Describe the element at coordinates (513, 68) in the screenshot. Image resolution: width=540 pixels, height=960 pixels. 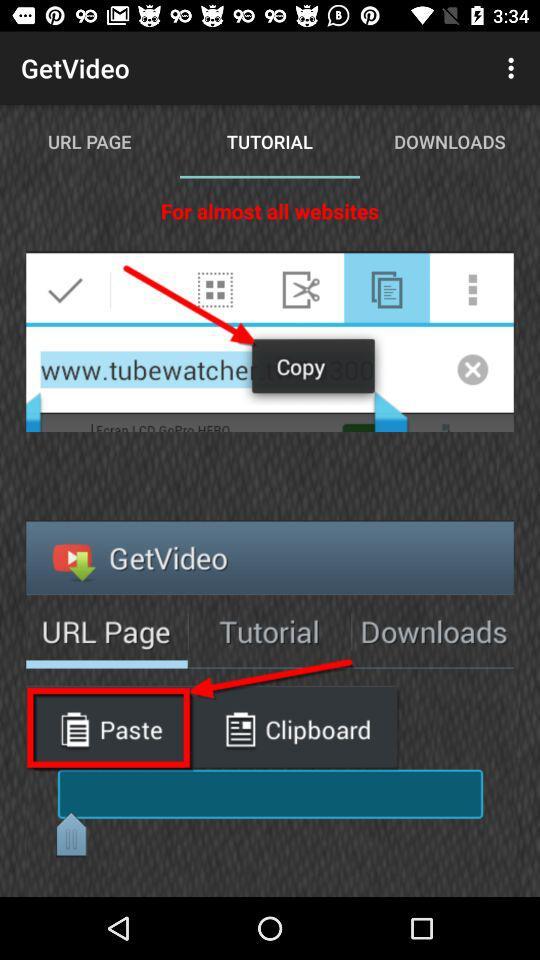
I see `icon above downloads app` at that location.